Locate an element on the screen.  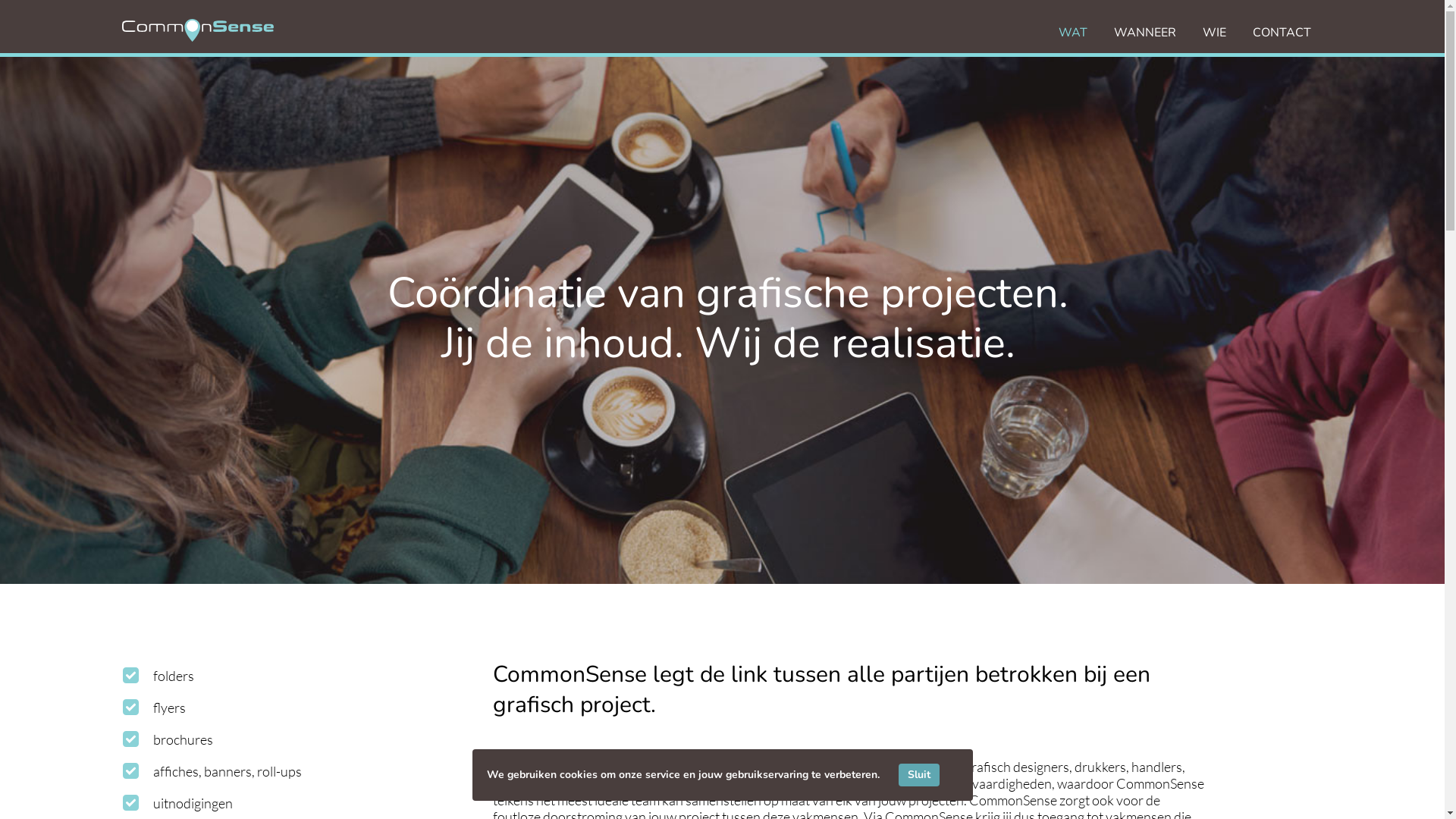
'WAT' is located at coordinates (1058, 32).